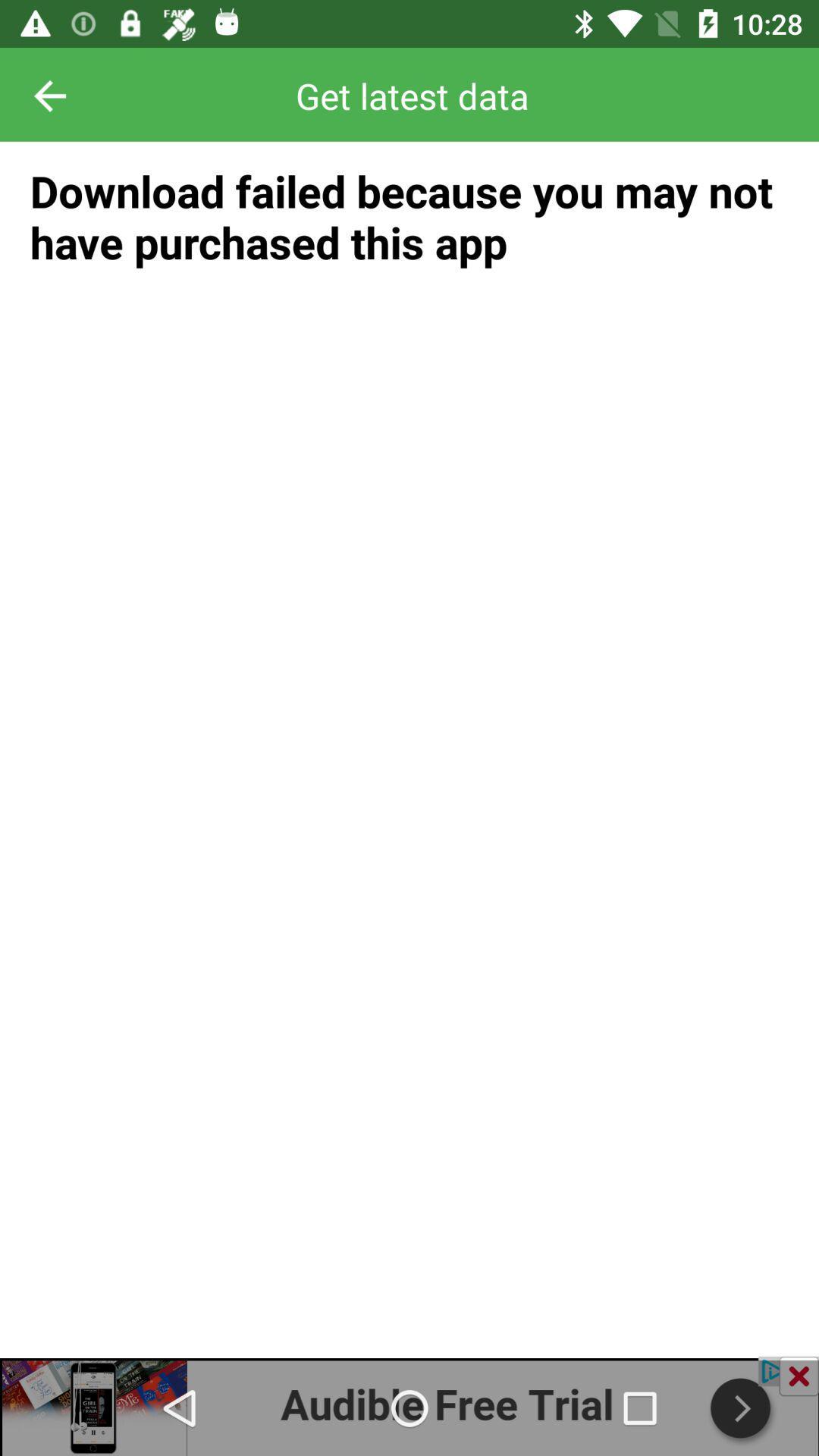  I want to click on the close icon, so click(798, 1376).